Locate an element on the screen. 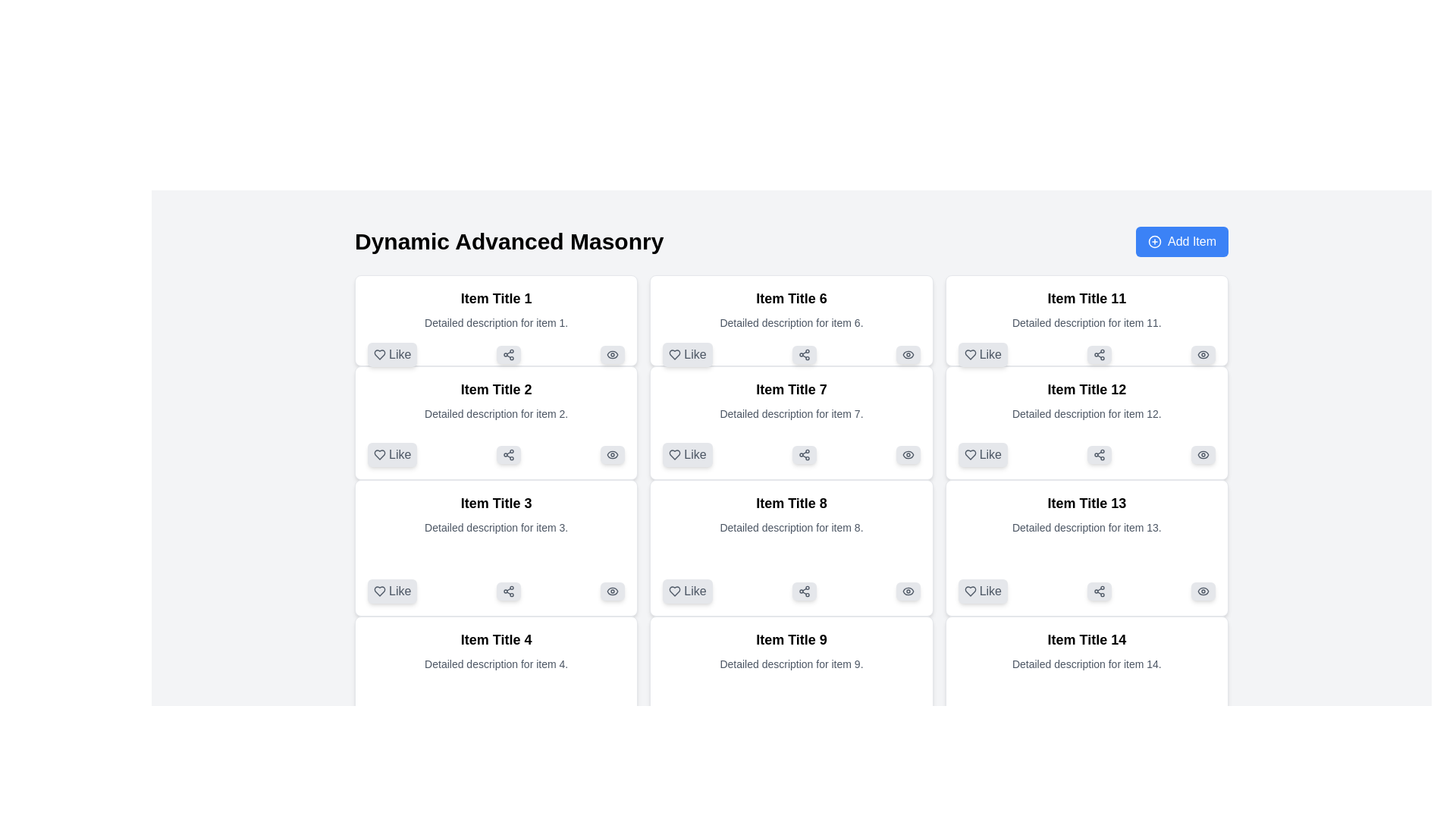  the 'Like' button located at the bottom-left of the 'Item Title 2' card, which is the first button in the horizontal bar of options adjacent to 'Share' and 'View' is located at coordinates (496, 454).